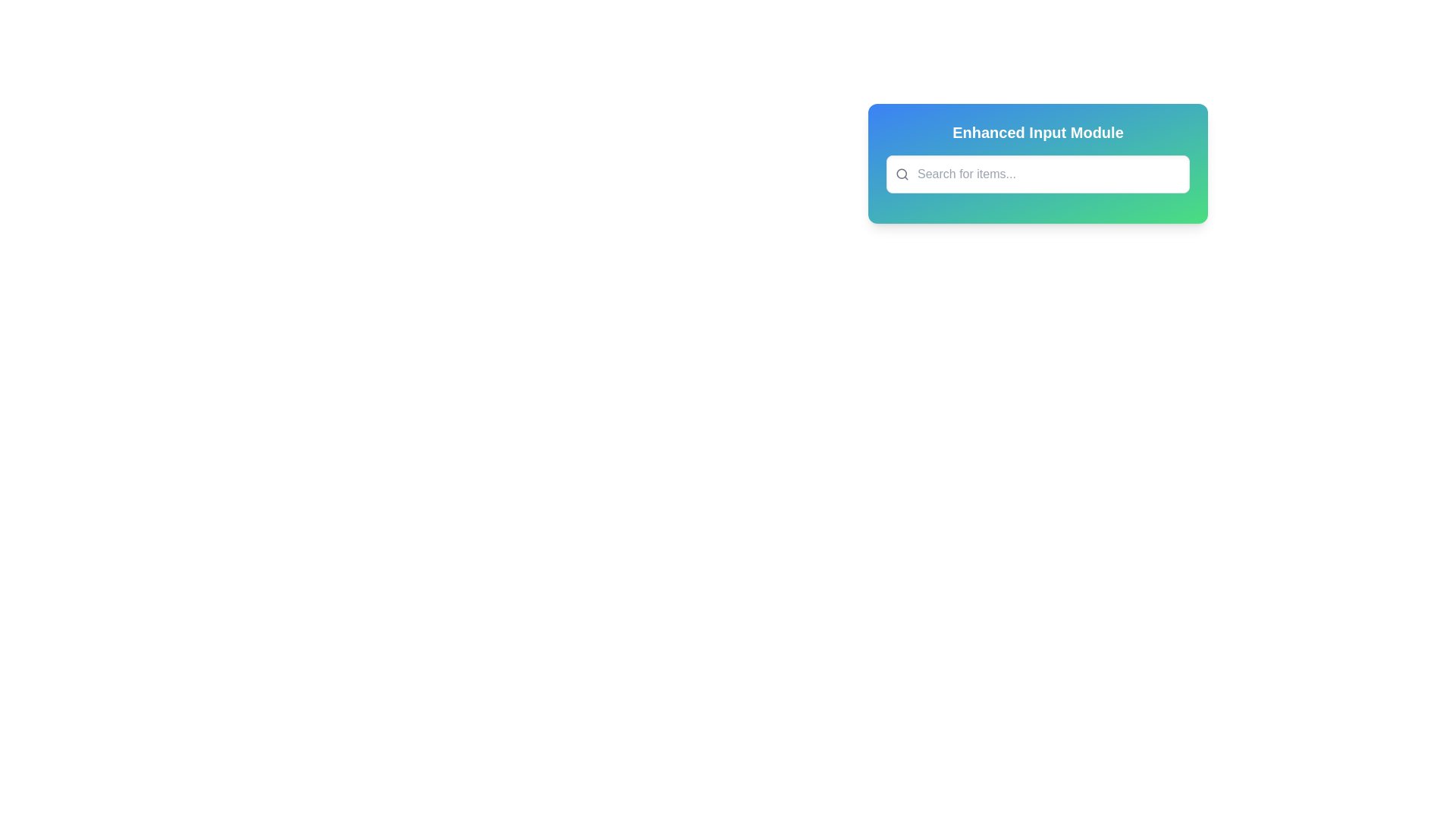 The image size is (1456, 819). What do you see at coordinates (902, 174) in the screenshot?
I see `the search icon located within the 'Enhanced Input Module' to the left of the 'Search for items...' input field` at bounding box center [902, 174].